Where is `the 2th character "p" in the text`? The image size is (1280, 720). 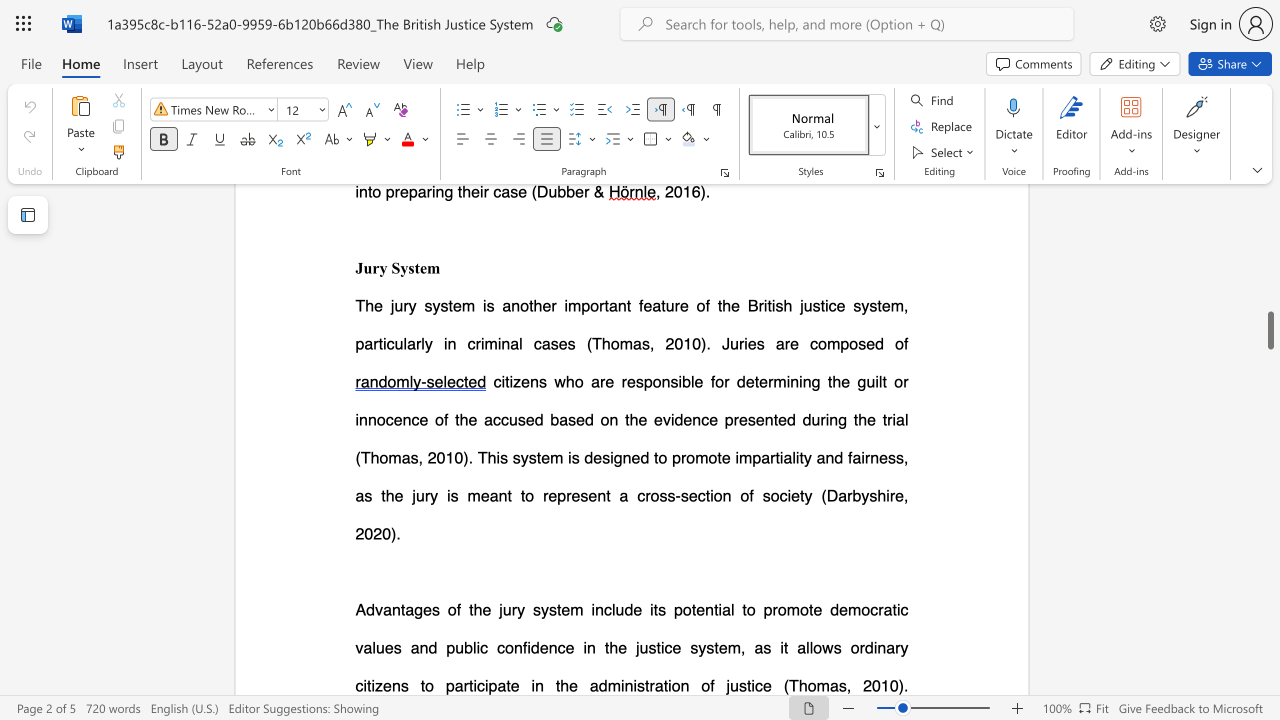 the 2th character "p" in the text is located at coordinates (493, 684).